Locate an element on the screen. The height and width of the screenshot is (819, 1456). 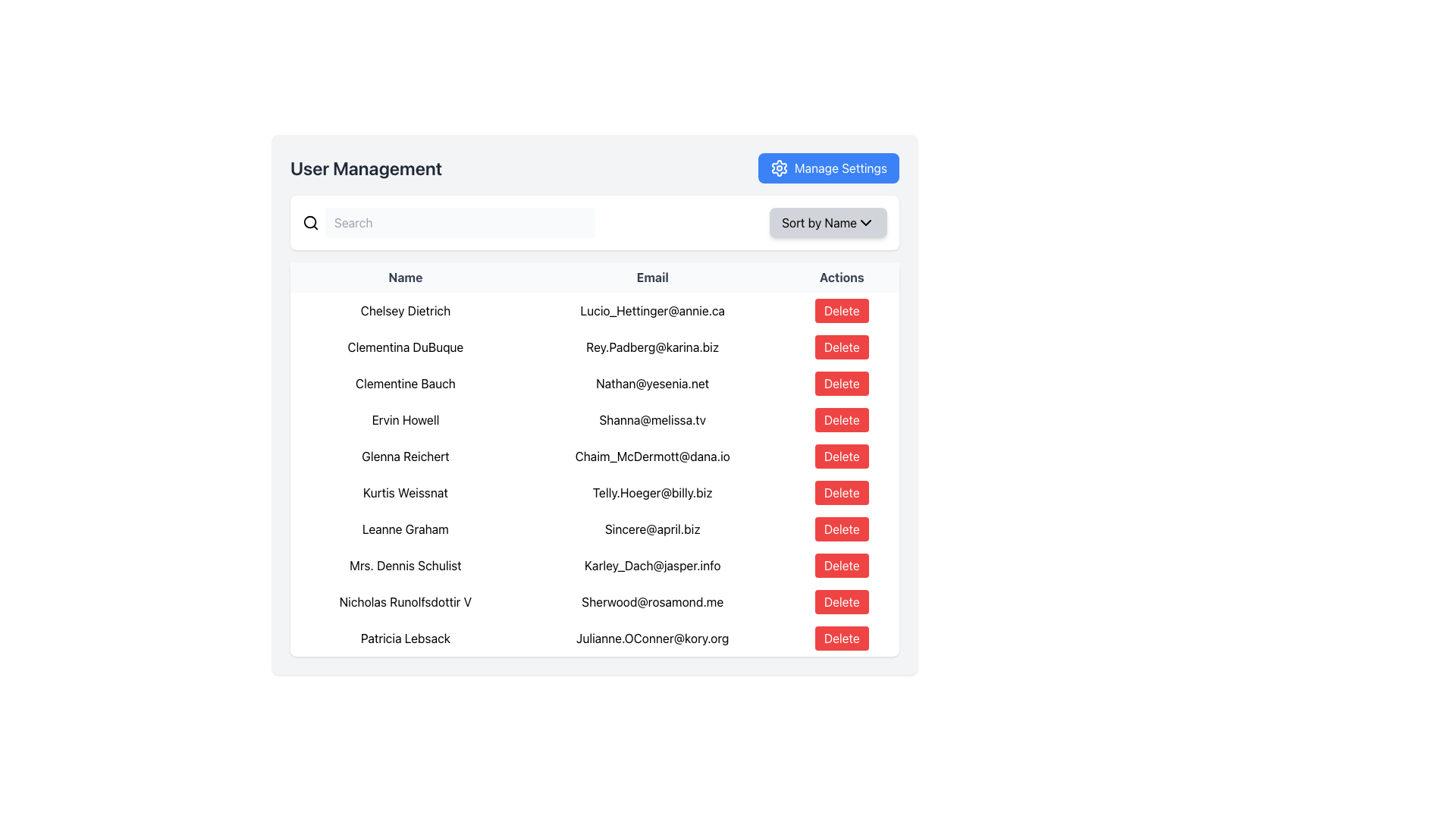
the inner circular part of the magnifying glass icon, which serves as a search indicator located in the top-left corner of the interface, adjacent to the input field labeled 'Search' is located at coordinates (309, 222).